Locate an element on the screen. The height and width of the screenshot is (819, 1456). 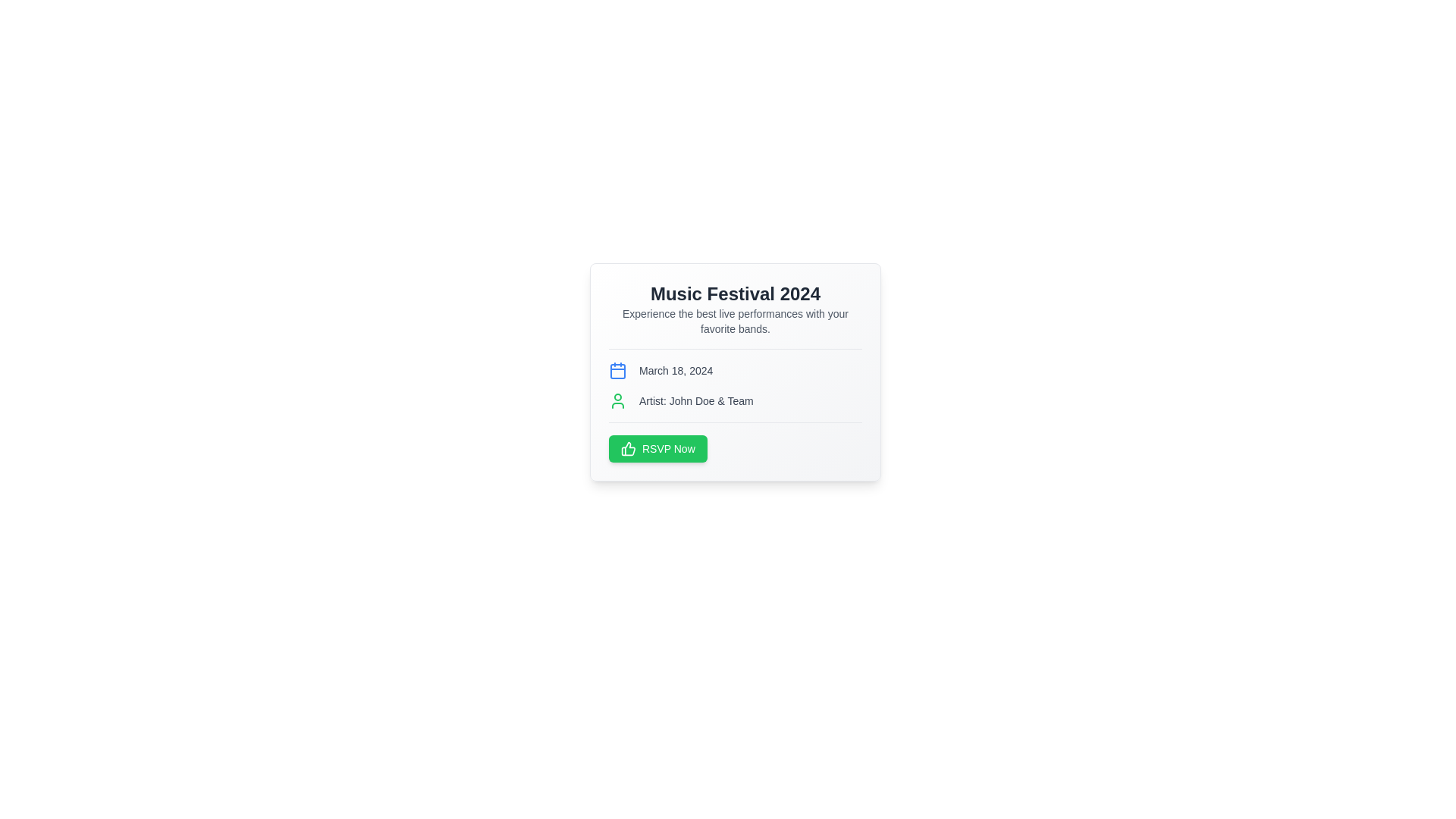
the stylized hand icon with a thumbs-up gesture, outlined in green is located at coordinates (628, 447).